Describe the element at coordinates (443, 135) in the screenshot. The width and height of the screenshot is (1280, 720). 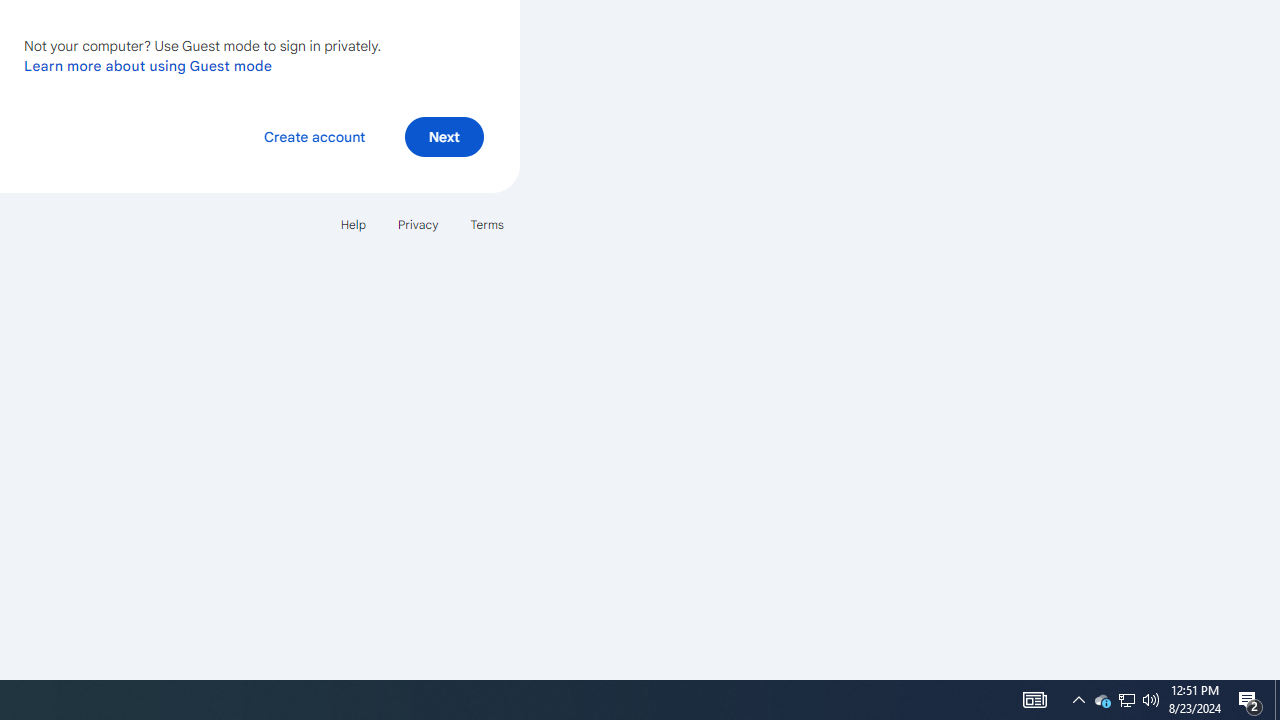
I see `'Next'` at that location.